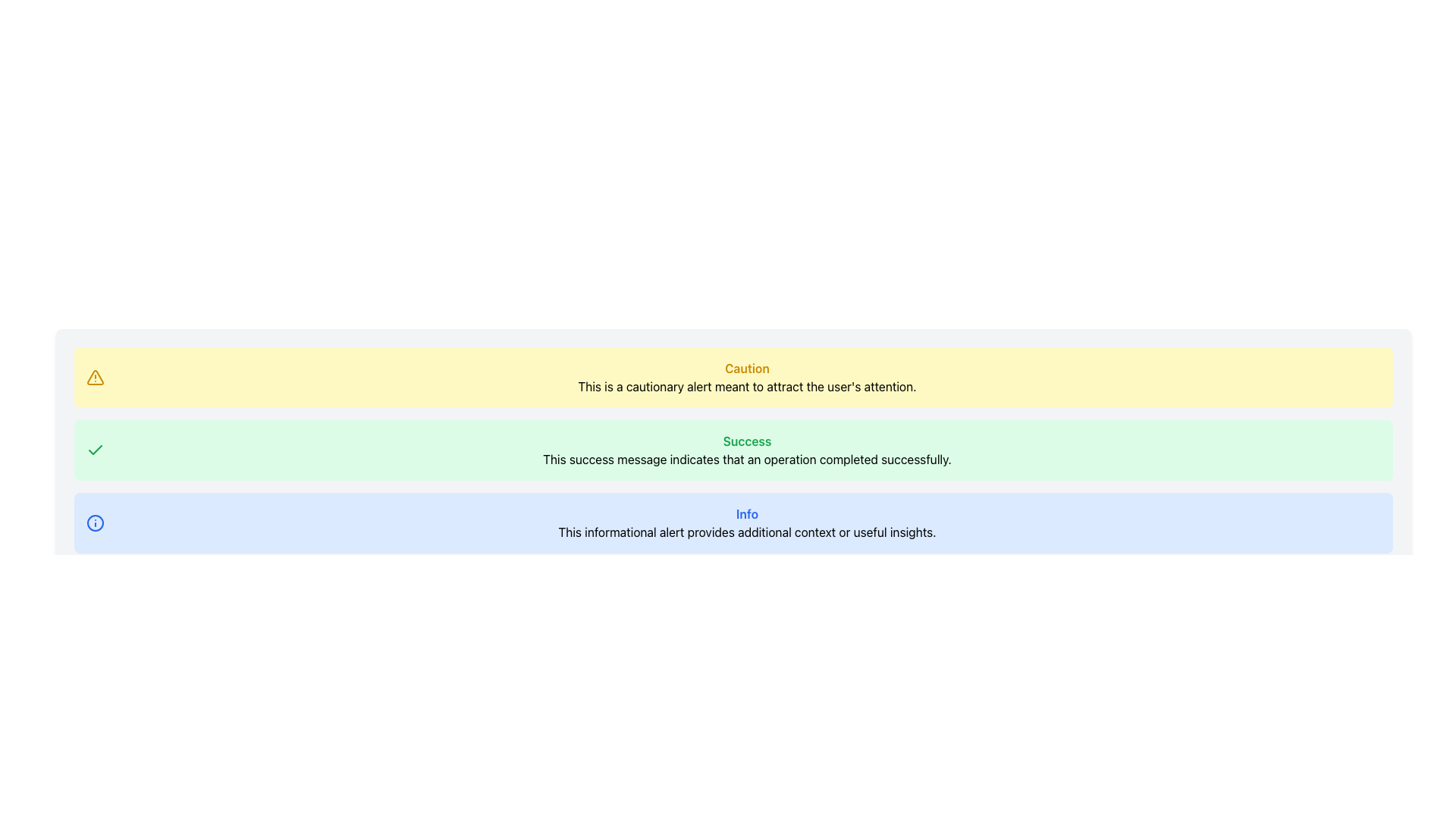 The image size is (1456, 819). What do you see at coordinates (747, 458) in the screenshot?
I see `success message displayed in the text label that indicates an operation completed successfully, which is visually distinct with a green highlighted background` at bounding box center [747, 458].